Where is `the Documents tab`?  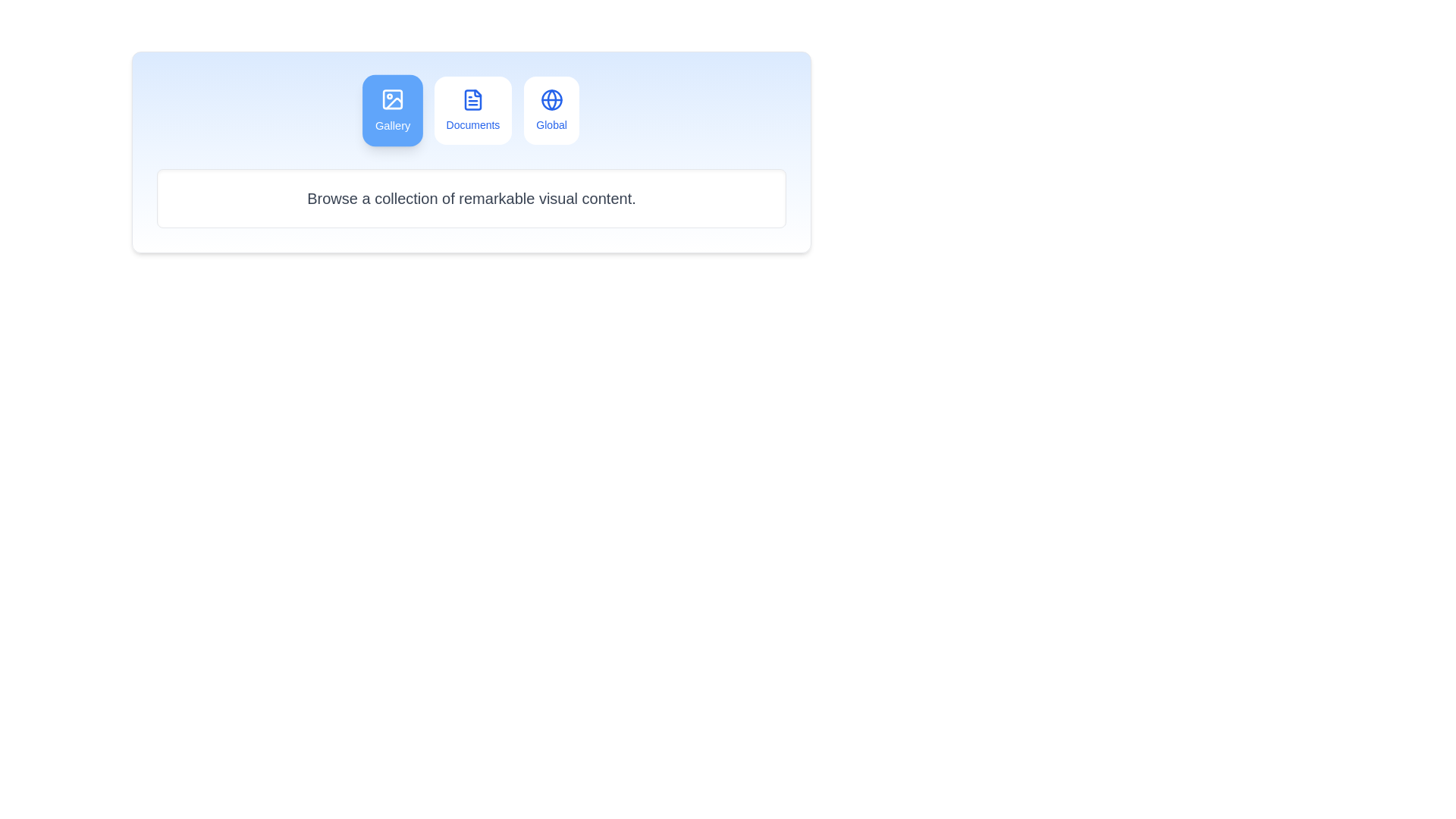
the Documents tab is located at coordinates (472, 110).